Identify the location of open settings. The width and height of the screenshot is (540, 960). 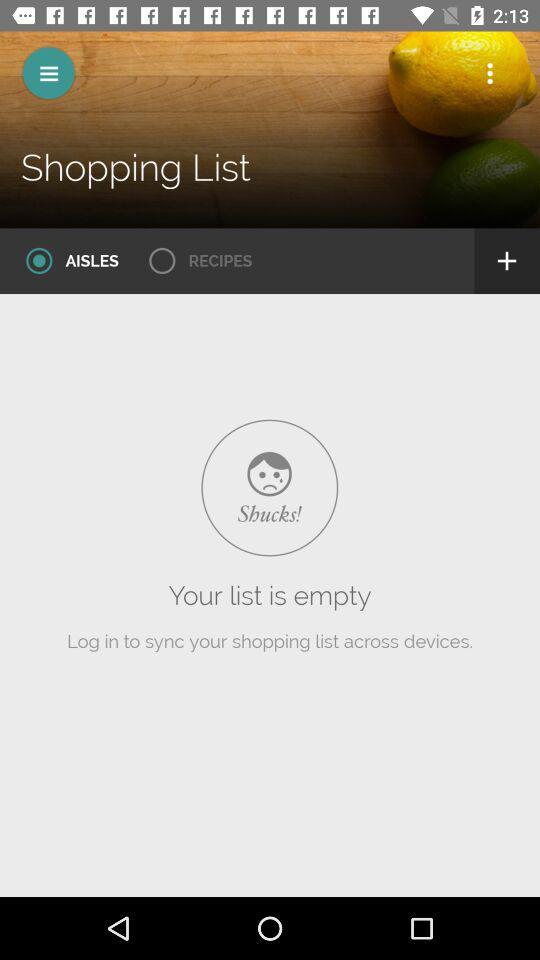
(489, 73).